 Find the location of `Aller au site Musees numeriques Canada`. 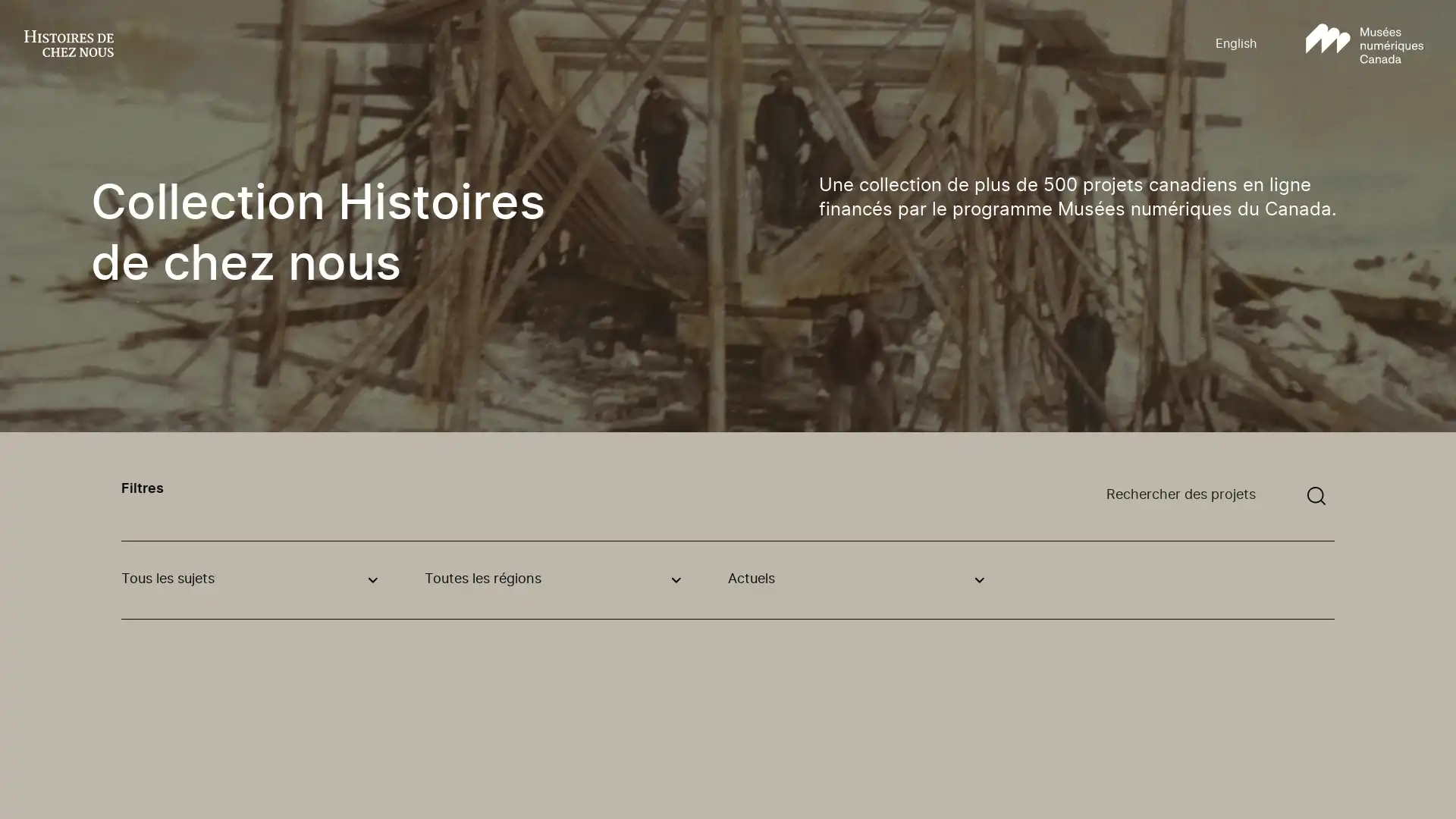

Aller au site Musees numeriques Canada is located at coordinates (1364, 43).